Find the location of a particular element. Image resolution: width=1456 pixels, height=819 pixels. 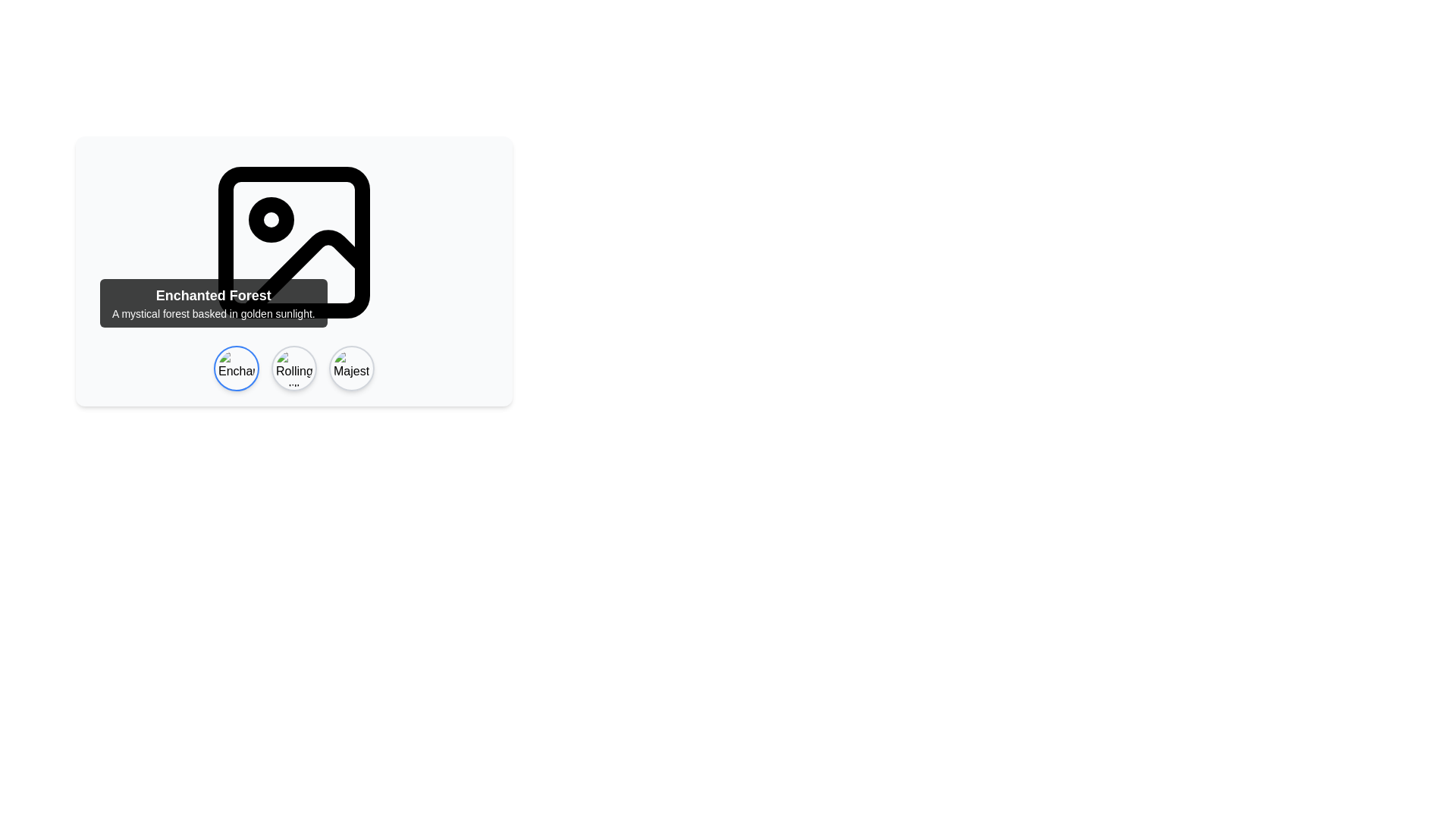

the first interactive circular button with an embedded image, which is centrally located below a larger image and labeled for selecting a landscape option, to observe the scaling effect is located at coordinates (236, 369).